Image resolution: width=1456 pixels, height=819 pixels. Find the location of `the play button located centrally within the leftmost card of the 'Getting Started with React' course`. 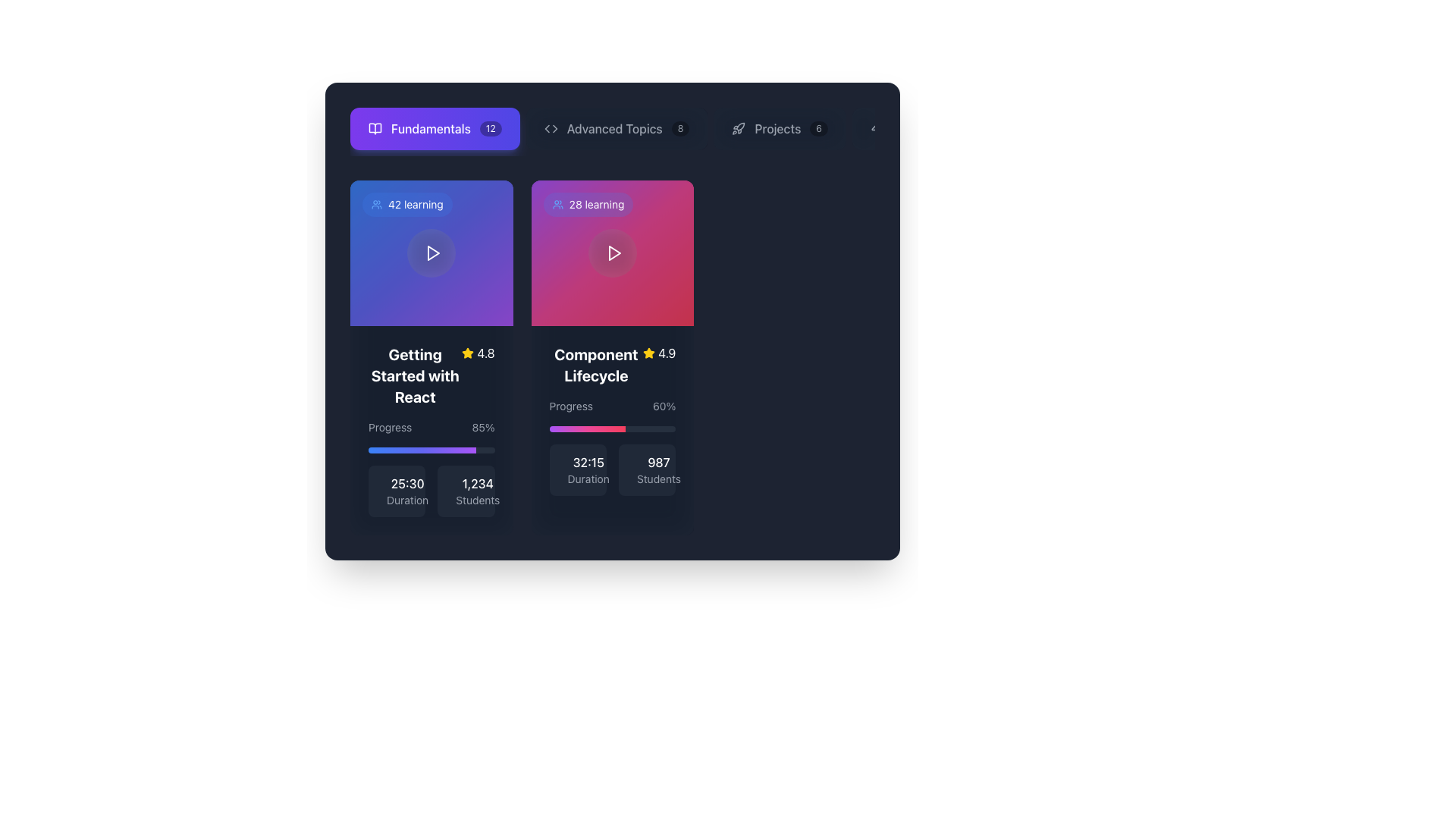

the play button located centrally within the leftmost card of the 'Getting Started with React' course is located at coordinates (432, 253).